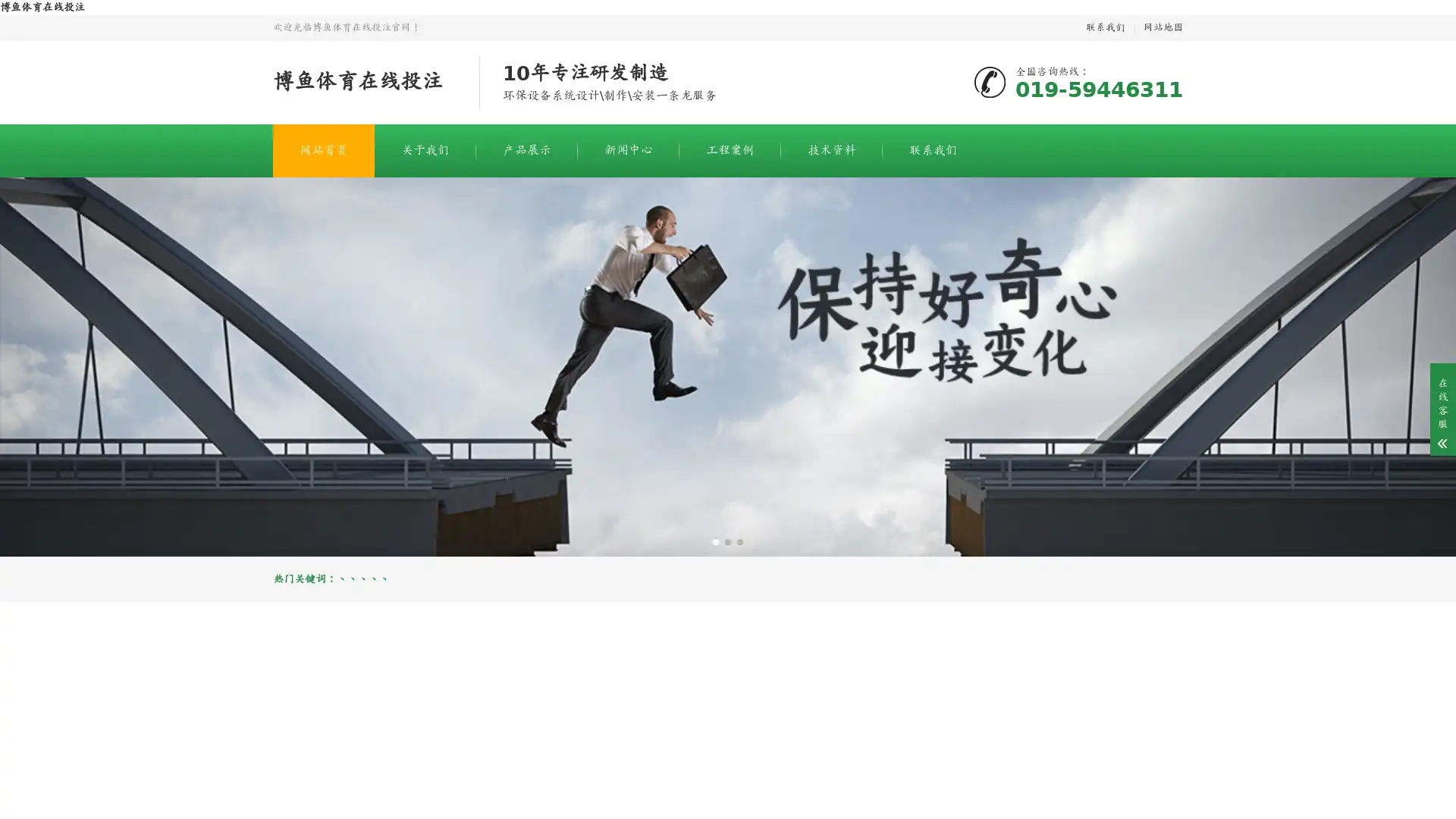 The height and width of the screenshot is (819, 1456). Describe the element at coordinates (715, 541) in the screenshot. I see `Go to slide 1` at that location.